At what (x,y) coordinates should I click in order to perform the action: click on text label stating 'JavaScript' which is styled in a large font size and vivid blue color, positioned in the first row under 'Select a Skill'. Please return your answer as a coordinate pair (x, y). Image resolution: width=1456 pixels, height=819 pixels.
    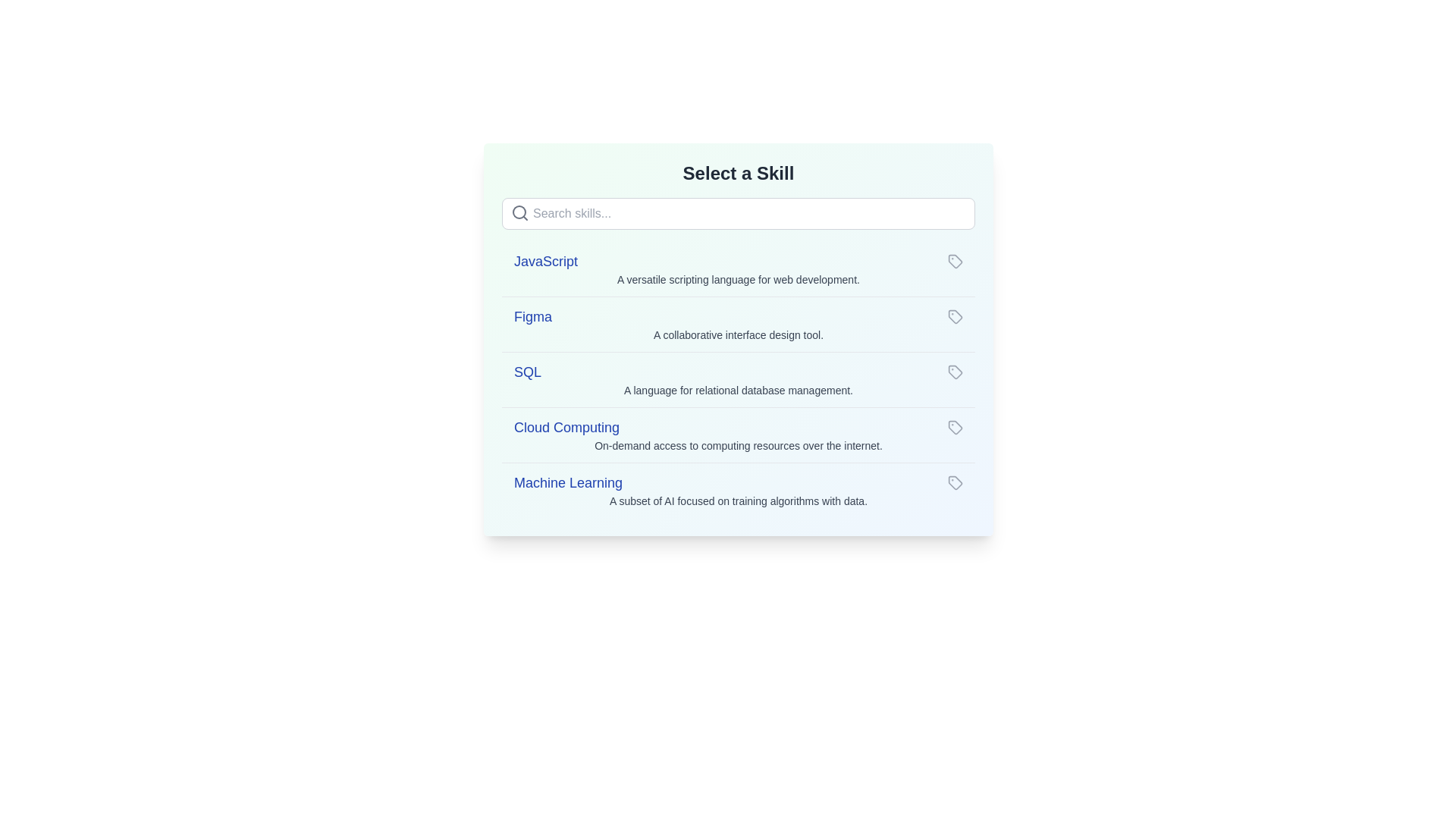
    Looking at the image, I should click on (546, 260).